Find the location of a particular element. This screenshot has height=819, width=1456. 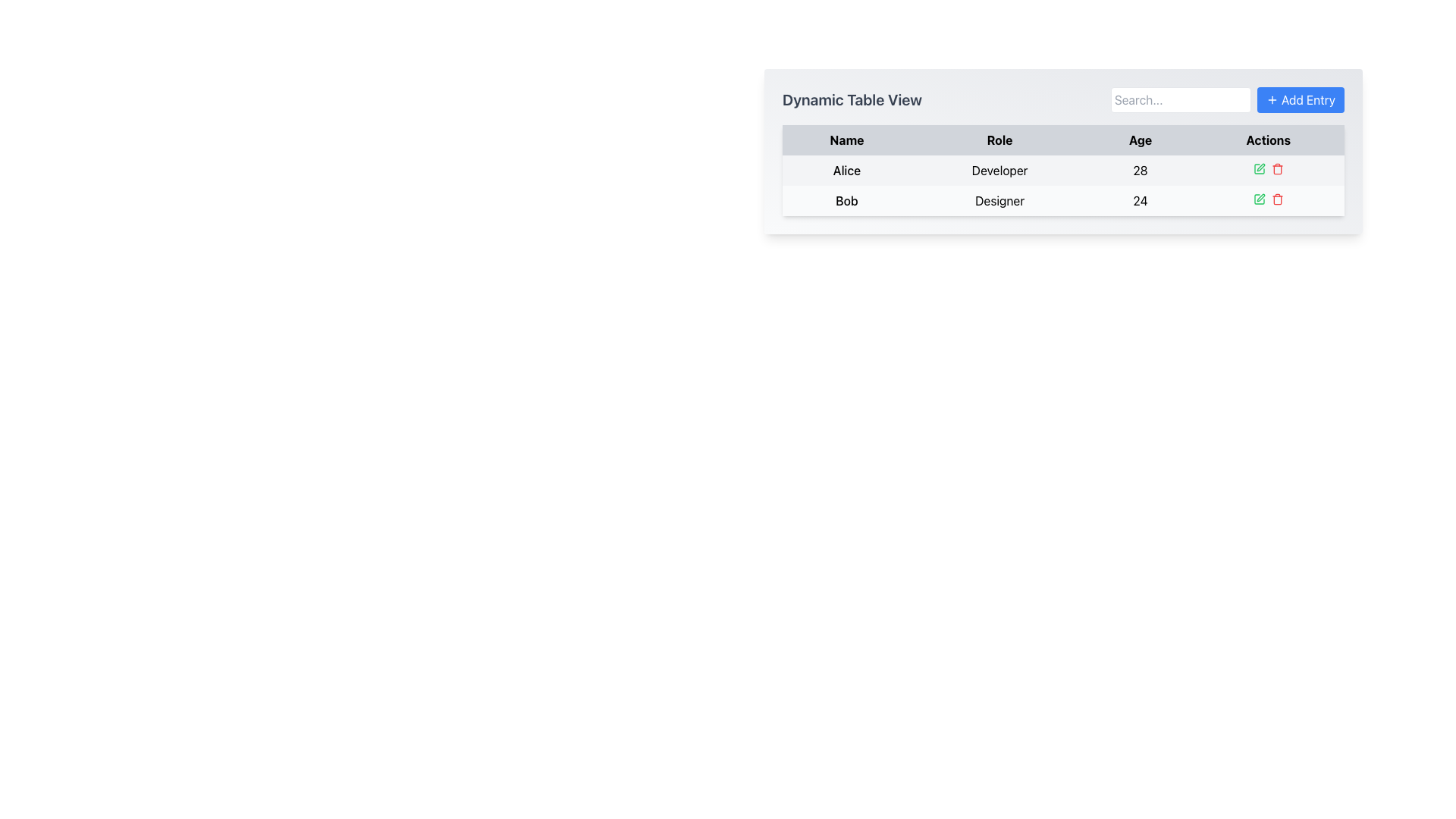

the static text label representing the name 'Alice' in the first row of the table under the 'Name' column is located at coordinates (846, 170).